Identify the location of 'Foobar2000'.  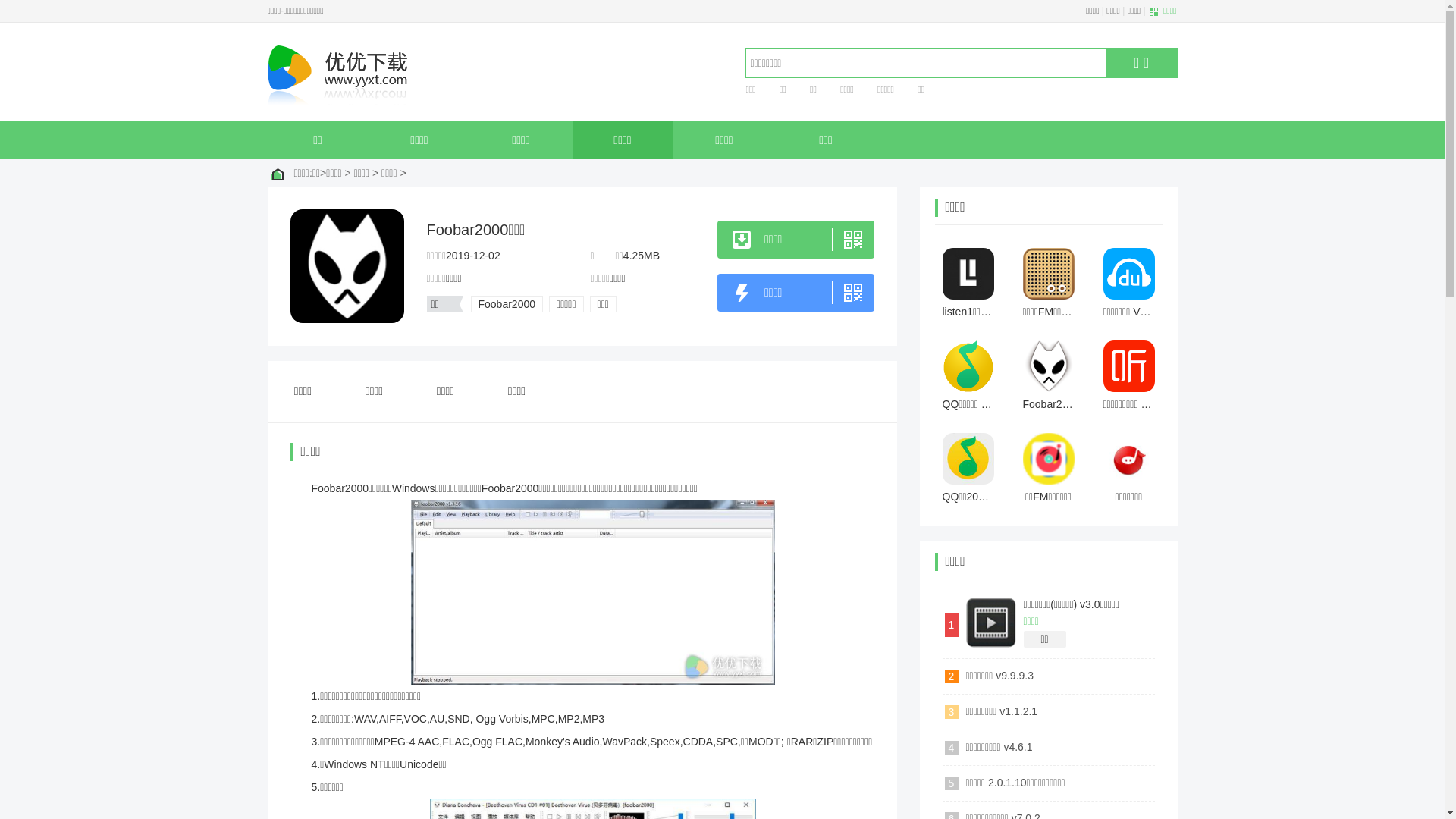
(506, 304).